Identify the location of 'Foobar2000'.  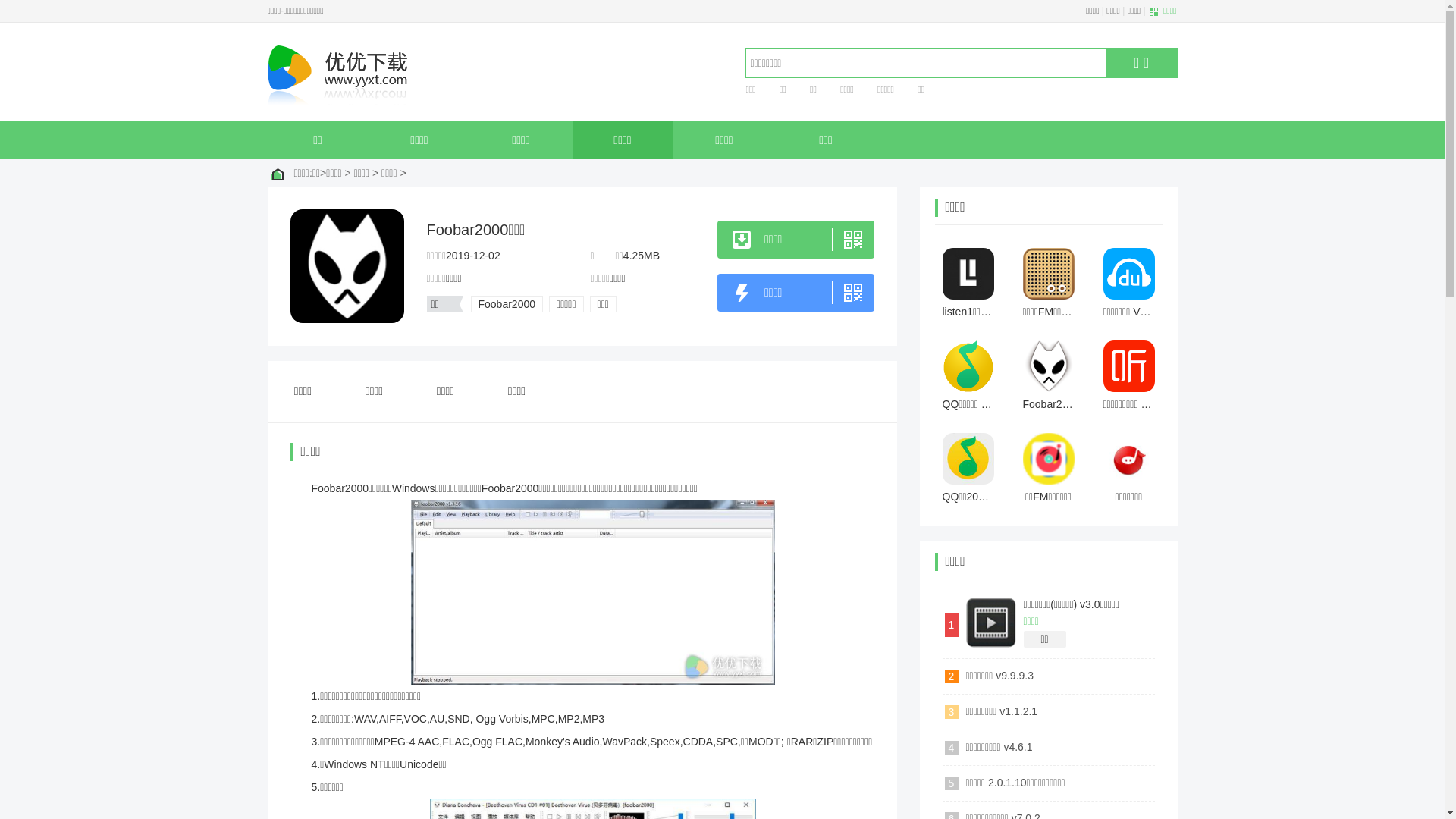
(506, 304).